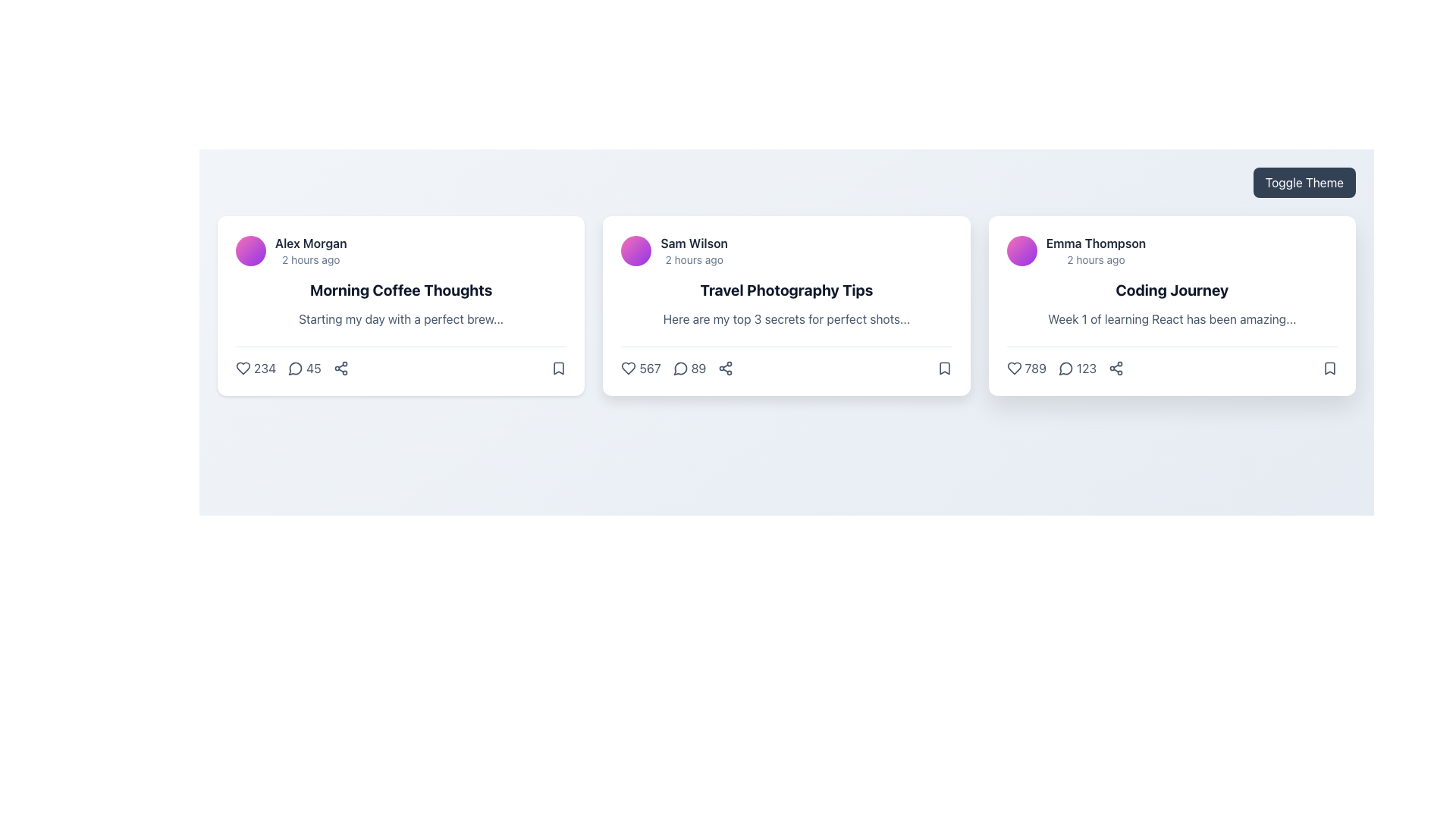  I want to click on the numerical label displaying the text '45', styled in a medium-sized sans-serif font, located to the right of the comment icon in the interaction panel of the post card titled 'Morning Coffee Thoughts' by 'Alex Morgan', so click(312, 369).